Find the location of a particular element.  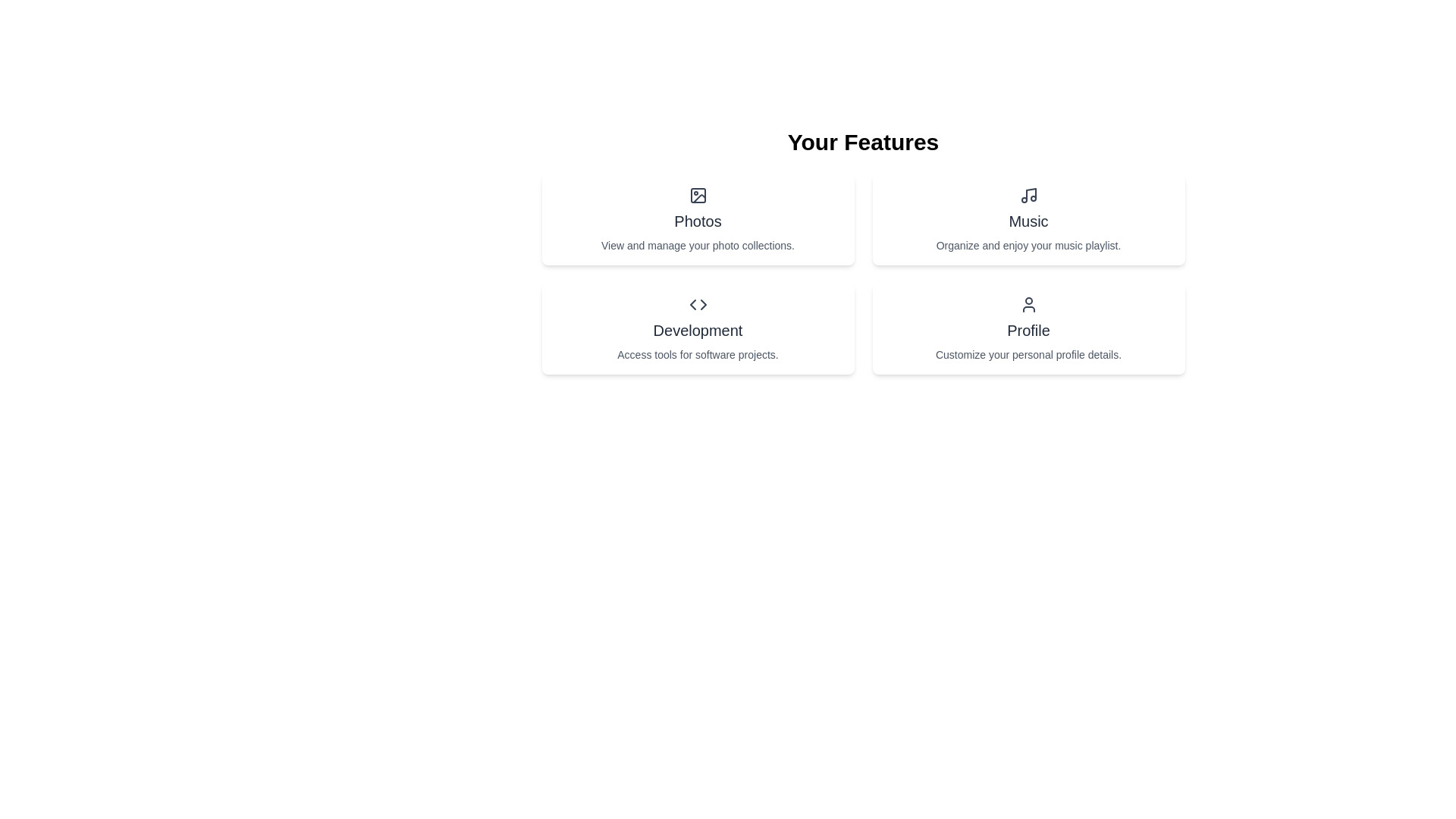

the 'Music' icon located at the top center of the card, which is directly above the text 'Music' is located at coordinates (1028, 195).